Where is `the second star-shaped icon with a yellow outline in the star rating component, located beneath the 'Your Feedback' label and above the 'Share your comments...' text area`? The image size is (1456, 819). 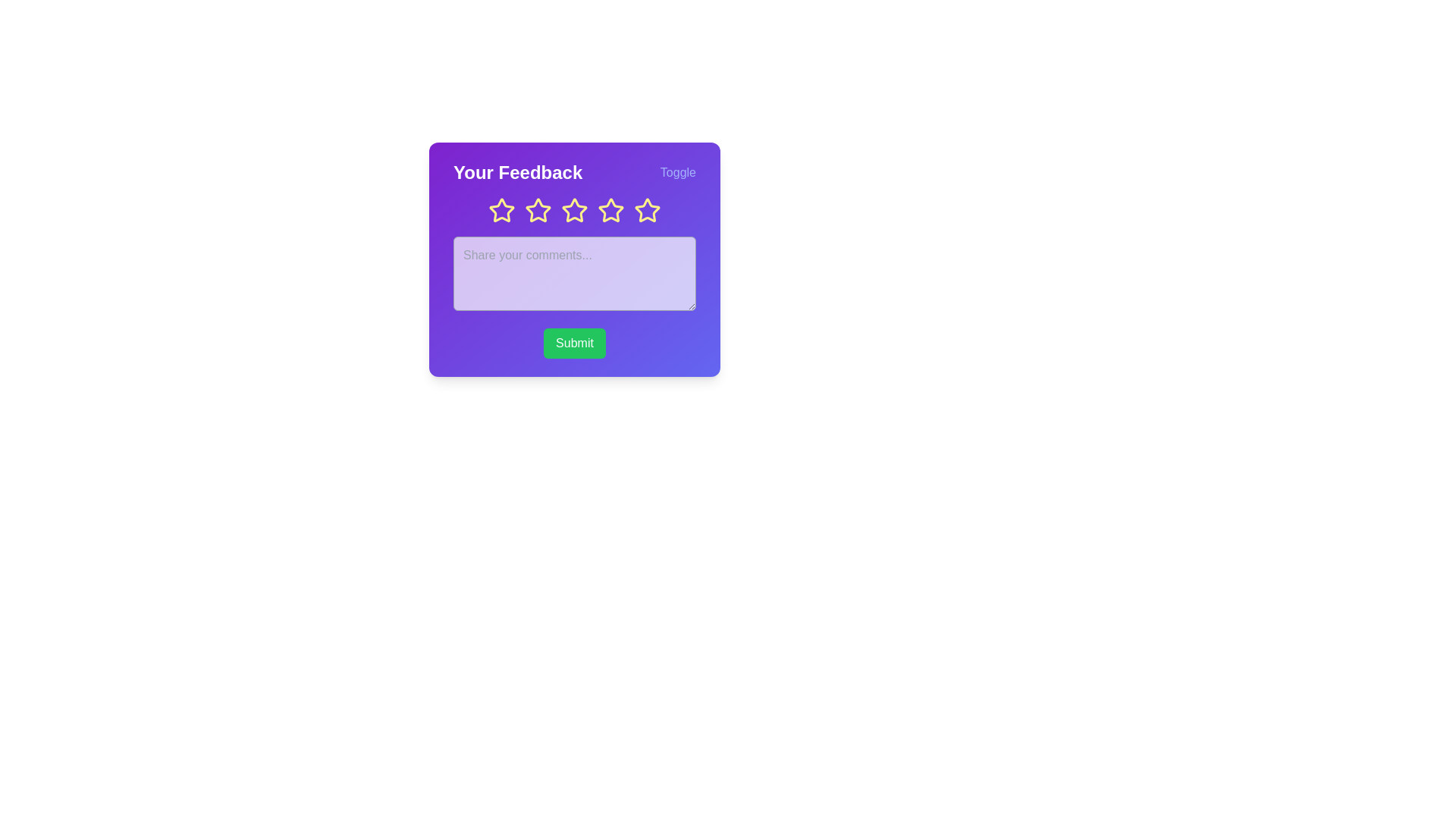
the second star-shaped icon with a yellow outline in the star rating component, located beneath the 'Your Feedback' label and above the 'Share your comments...' text area is located at coordinates (502, 210).